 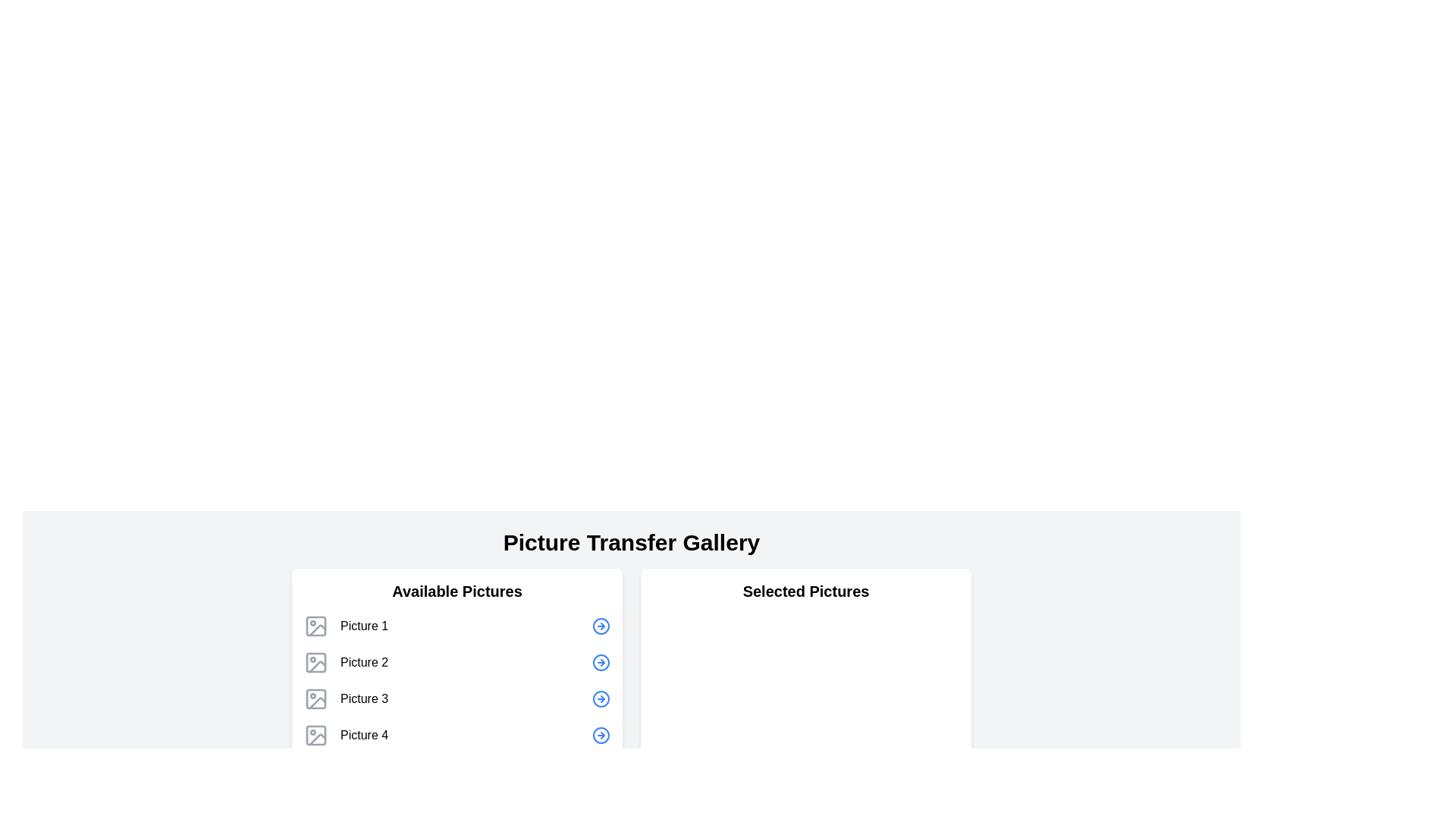 I want to click on the graphical icon representing 'Picture 4' in the available pictures list, which is part of an SVG layout and is located in the first column below the icons for 'Picture 1', 'Picture 2', and 'Picture 3', so click(x=315, y=734).